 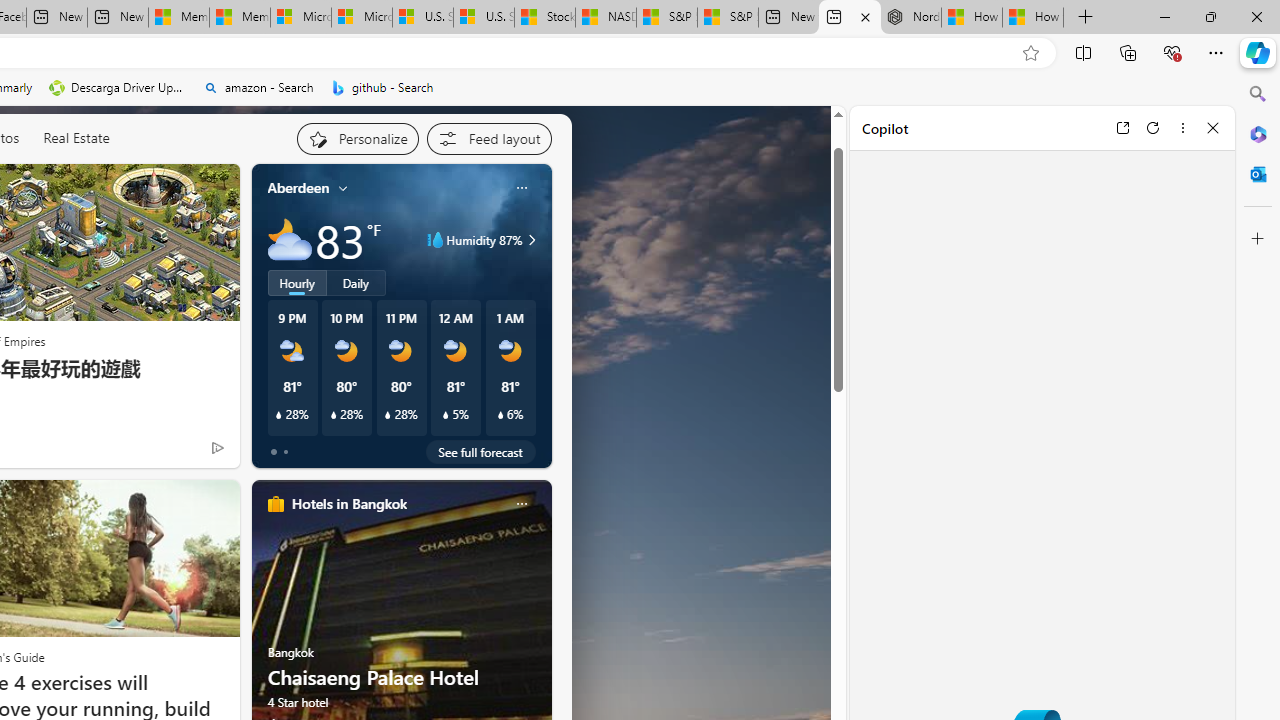 I want to click on 'Collections', so click(x=1128, y=51).